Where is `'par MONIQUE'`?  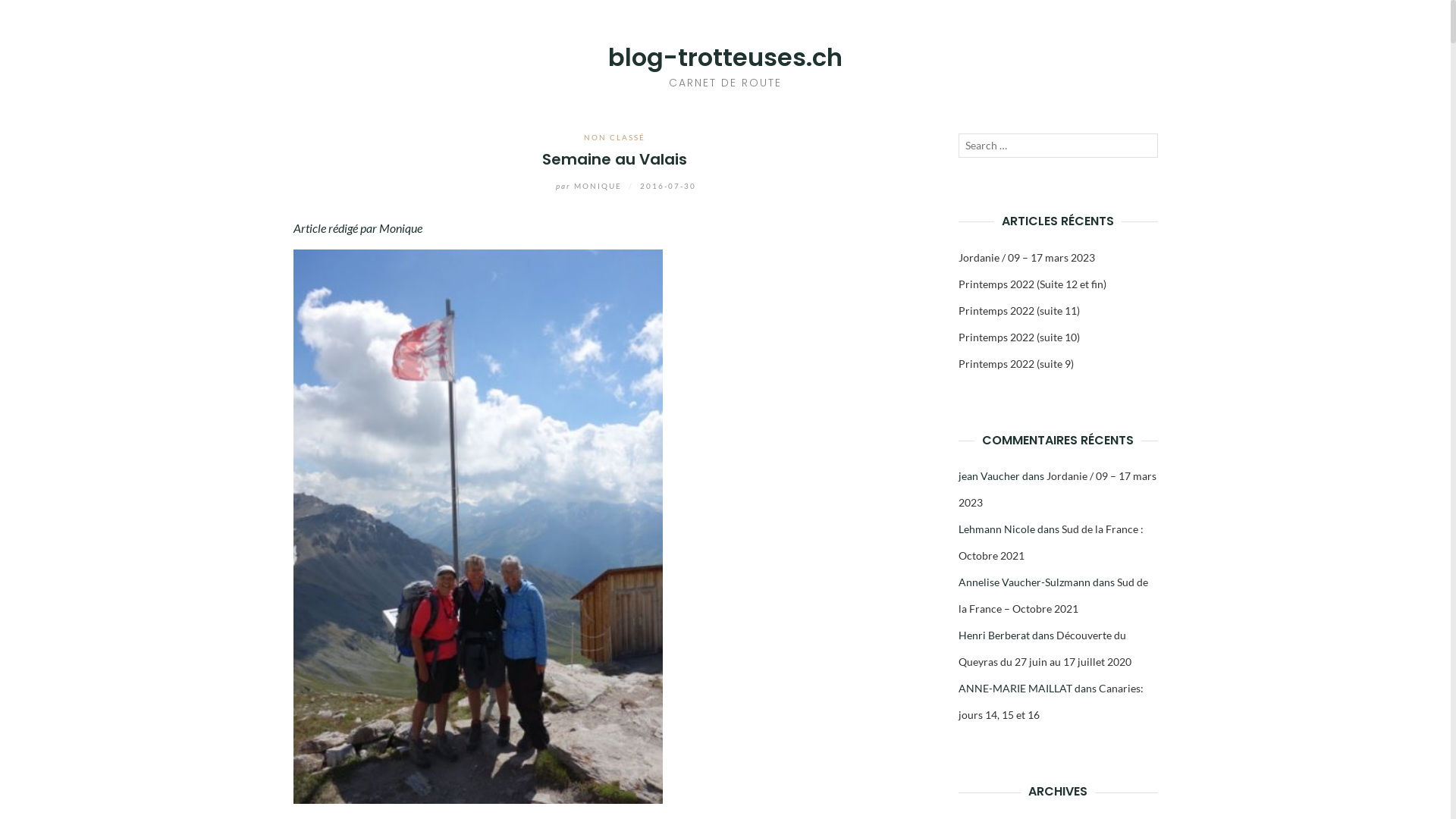
'par MONIQUE' is located at coordinates (578, 185).